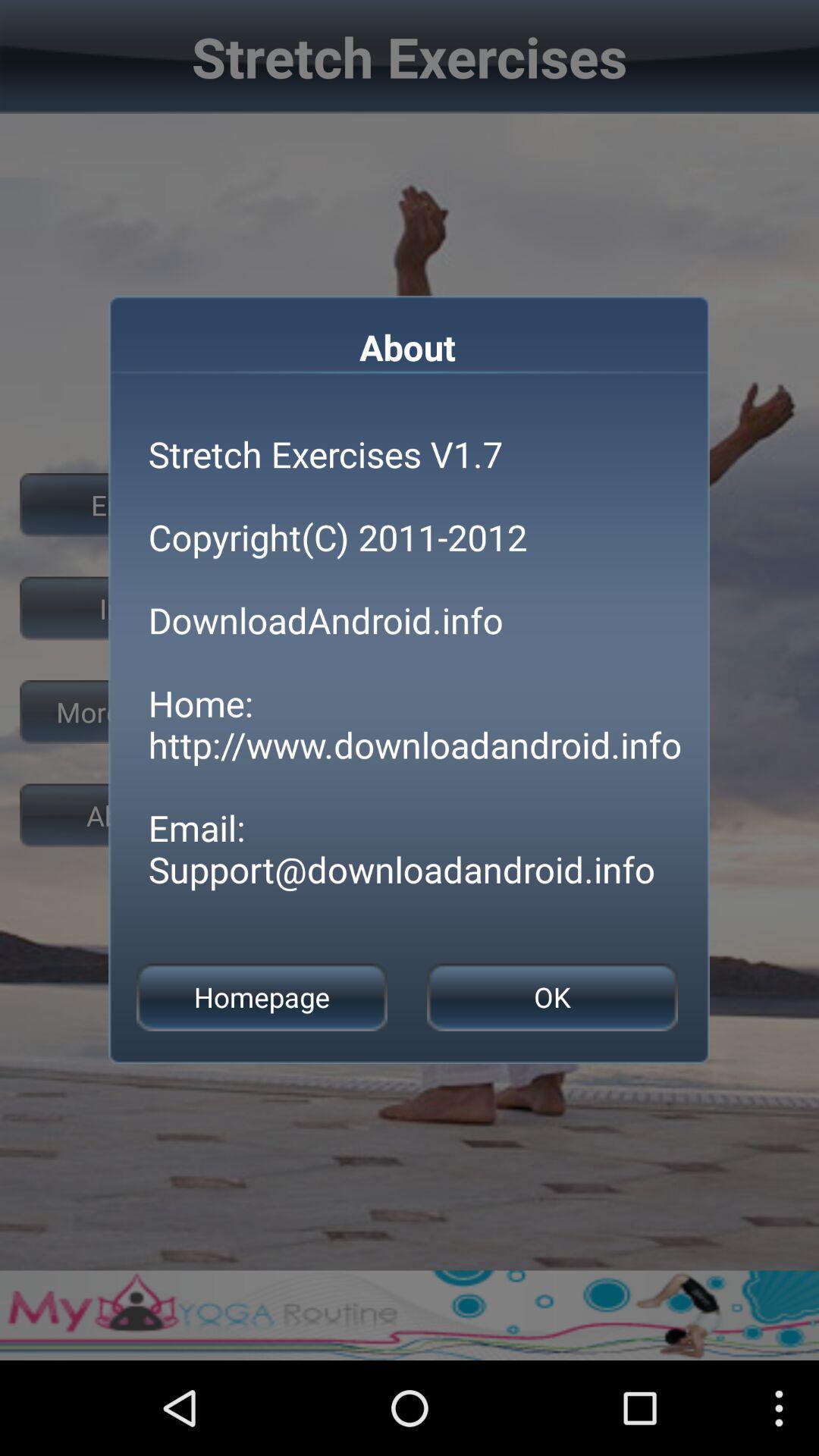  What do you see at coordinates (261, 997) in the screenshot?
I see `the homepage` at bounding box center [261, 997].